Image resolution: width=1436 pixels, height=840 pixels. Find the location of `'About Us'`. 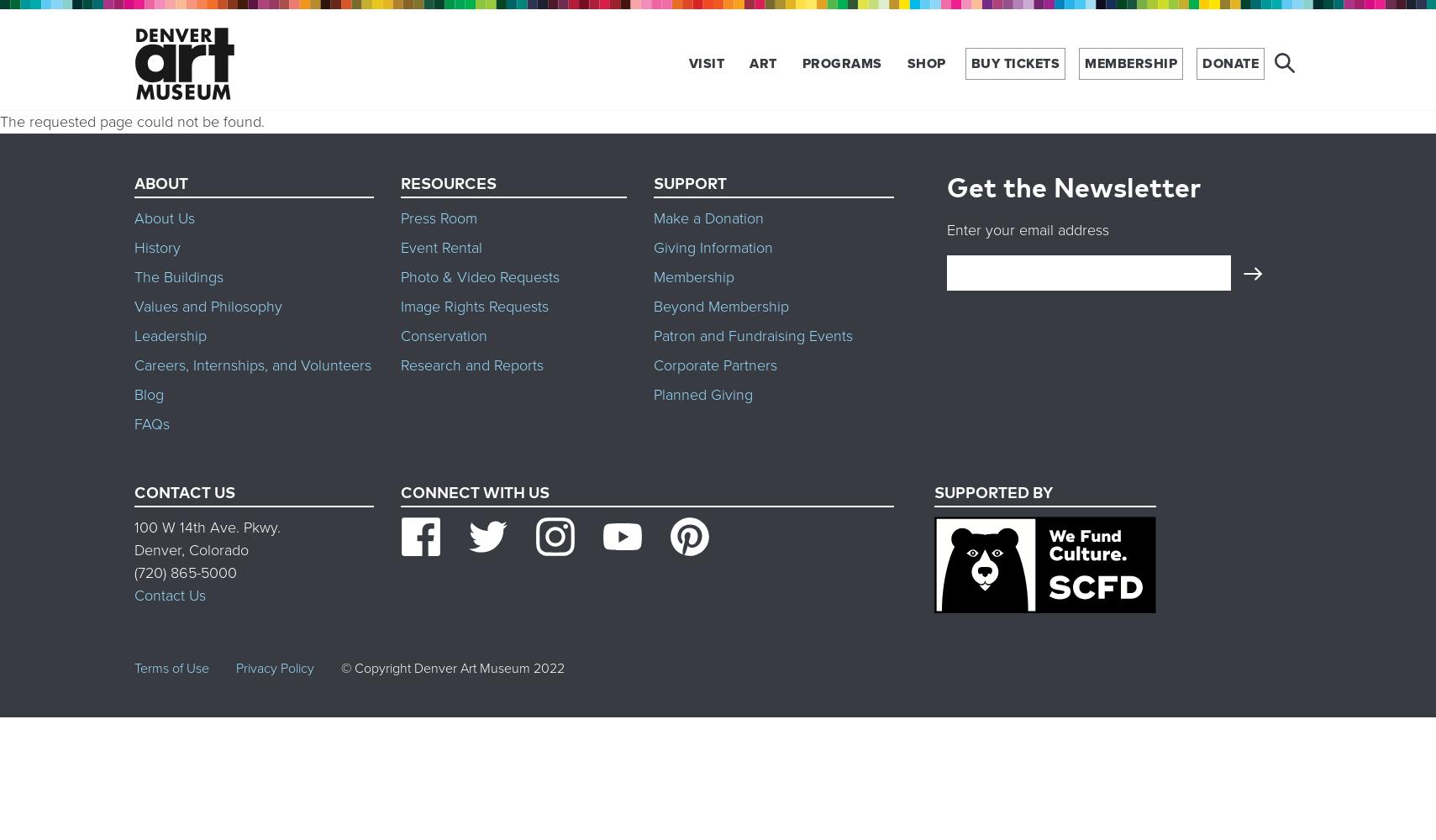

'About Us' is located at coordinates (164, 218).